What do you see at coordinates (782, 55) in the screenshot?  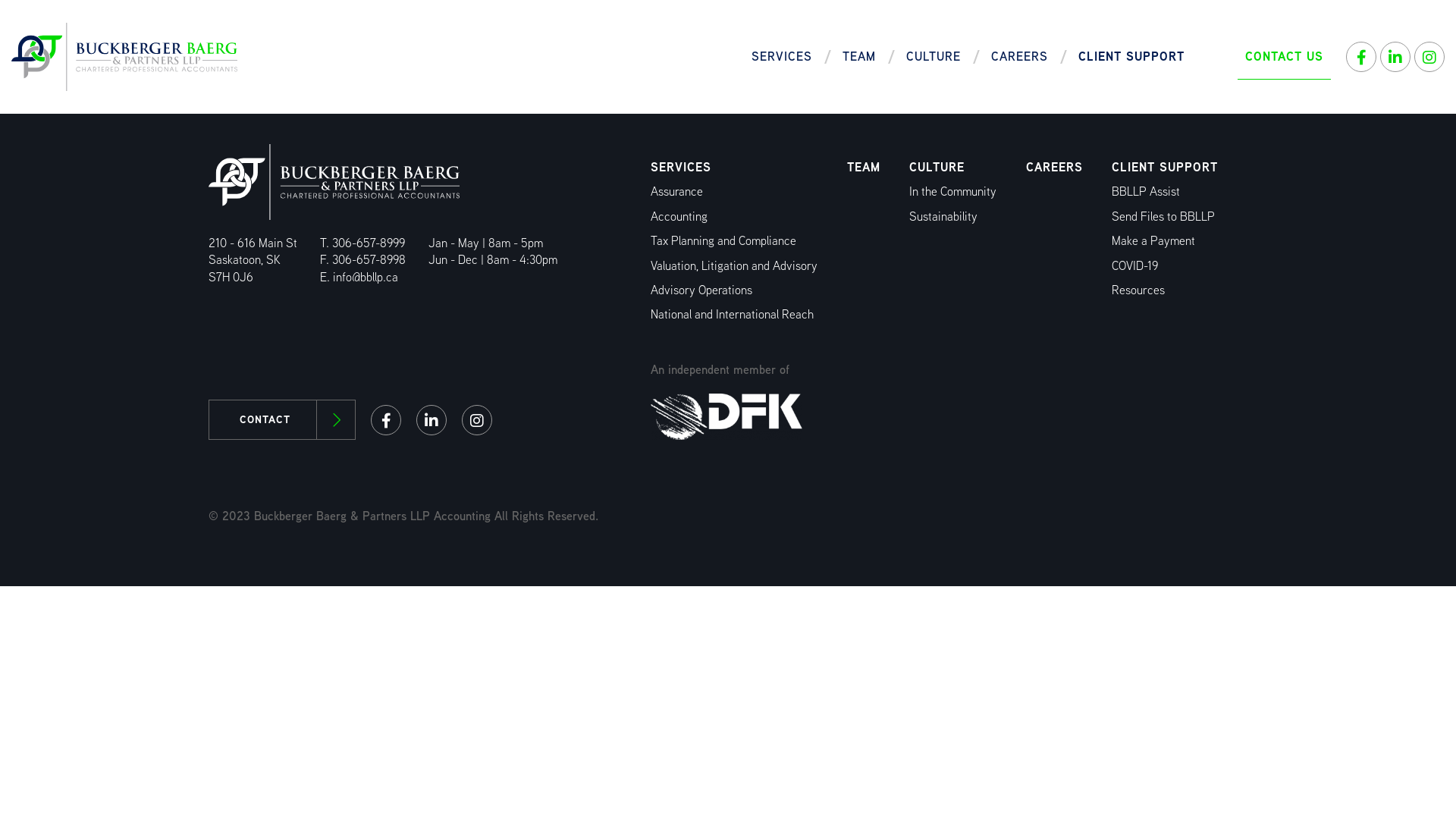 I see `'SERVICES'` at bounding box center [782, 55].